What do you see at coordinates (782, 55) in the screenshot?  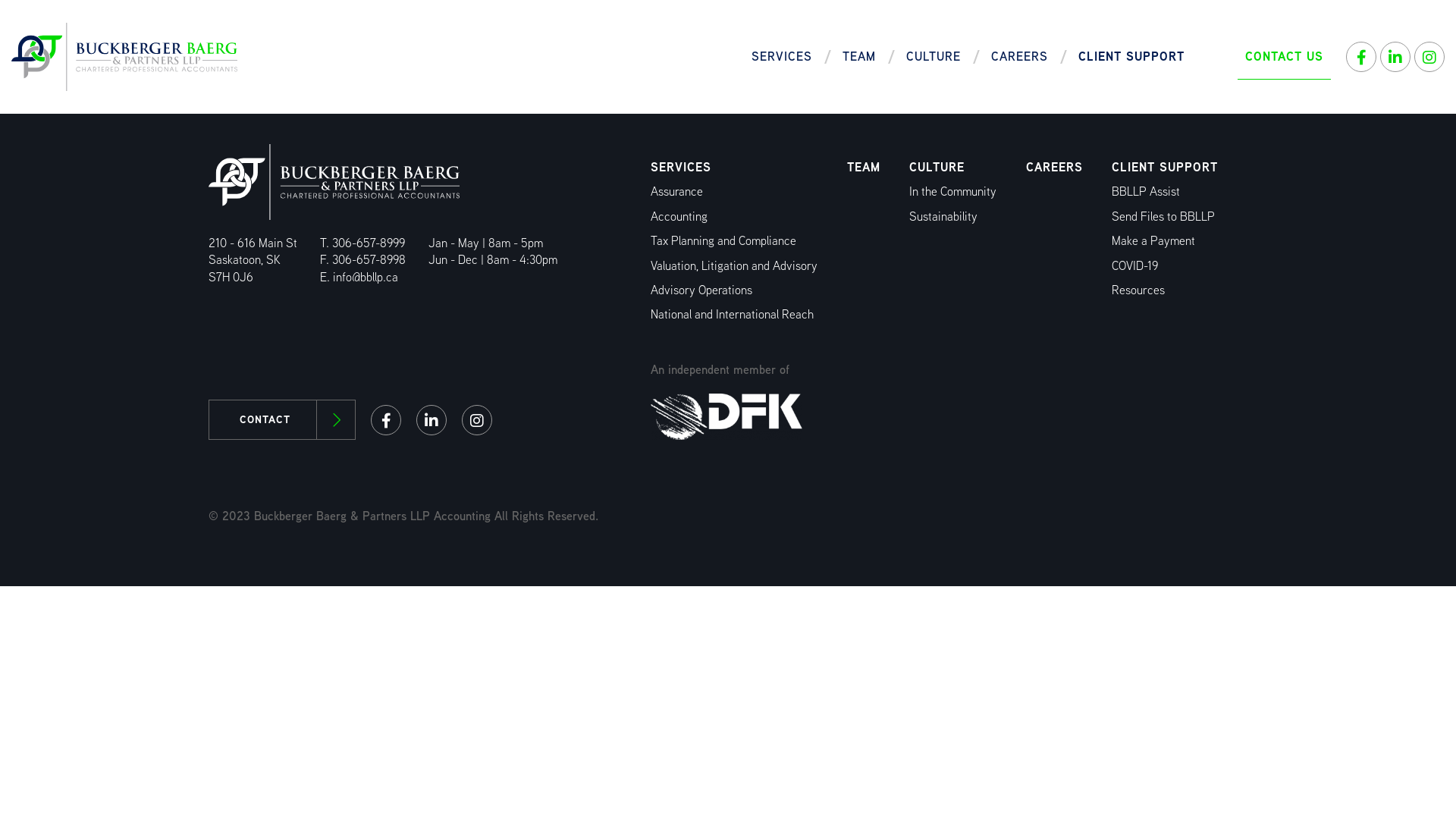 I see `'SERVICES'` at bounding box center [782, 55].